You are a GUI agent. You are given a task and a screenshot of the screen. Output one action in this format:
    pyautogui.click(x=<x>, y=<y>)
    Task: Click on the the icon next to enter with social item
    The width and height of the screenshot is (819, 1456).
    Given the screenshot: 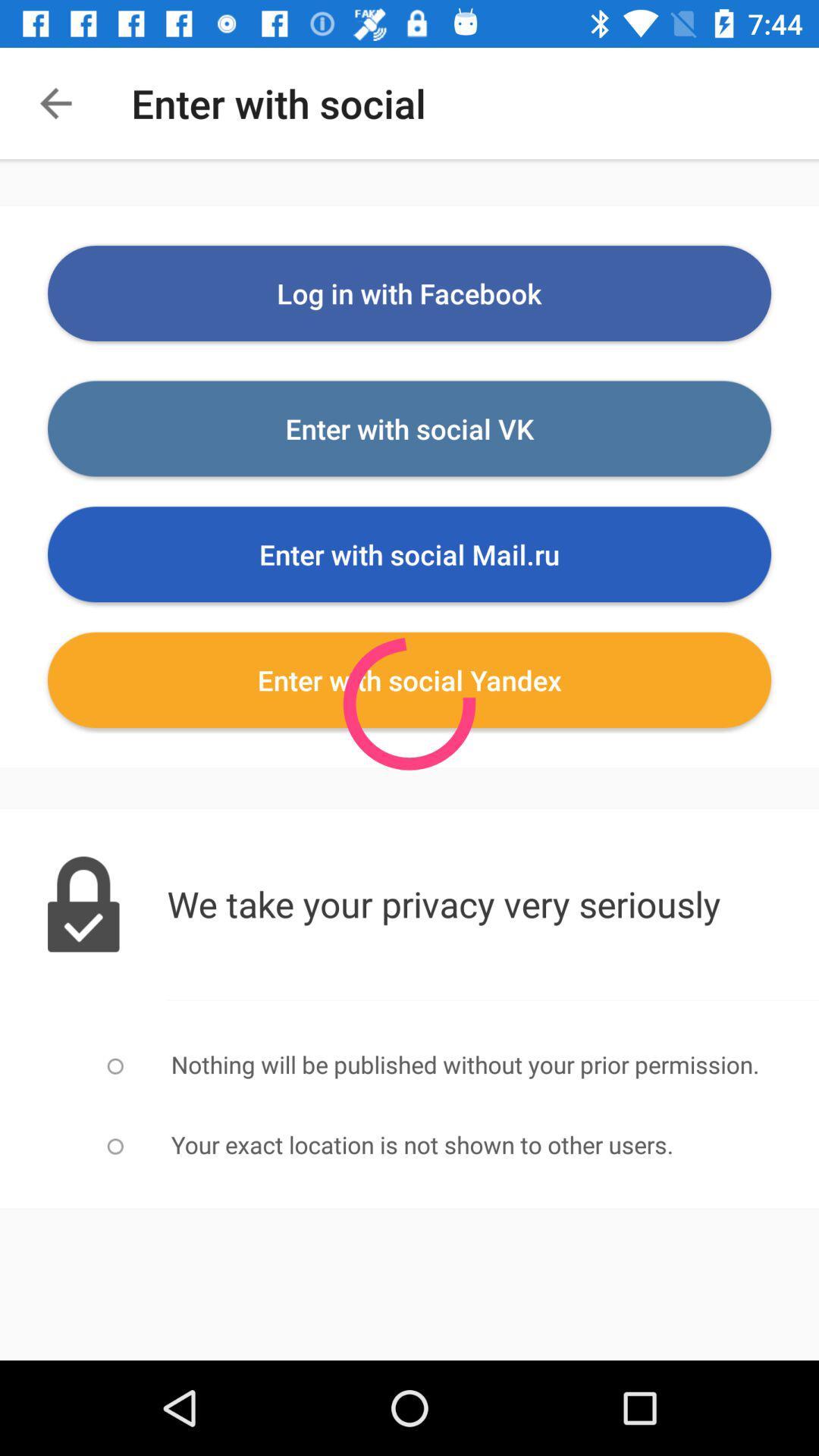 What is the action you would take?
    pyautogui.click(x=55, y=102)
    